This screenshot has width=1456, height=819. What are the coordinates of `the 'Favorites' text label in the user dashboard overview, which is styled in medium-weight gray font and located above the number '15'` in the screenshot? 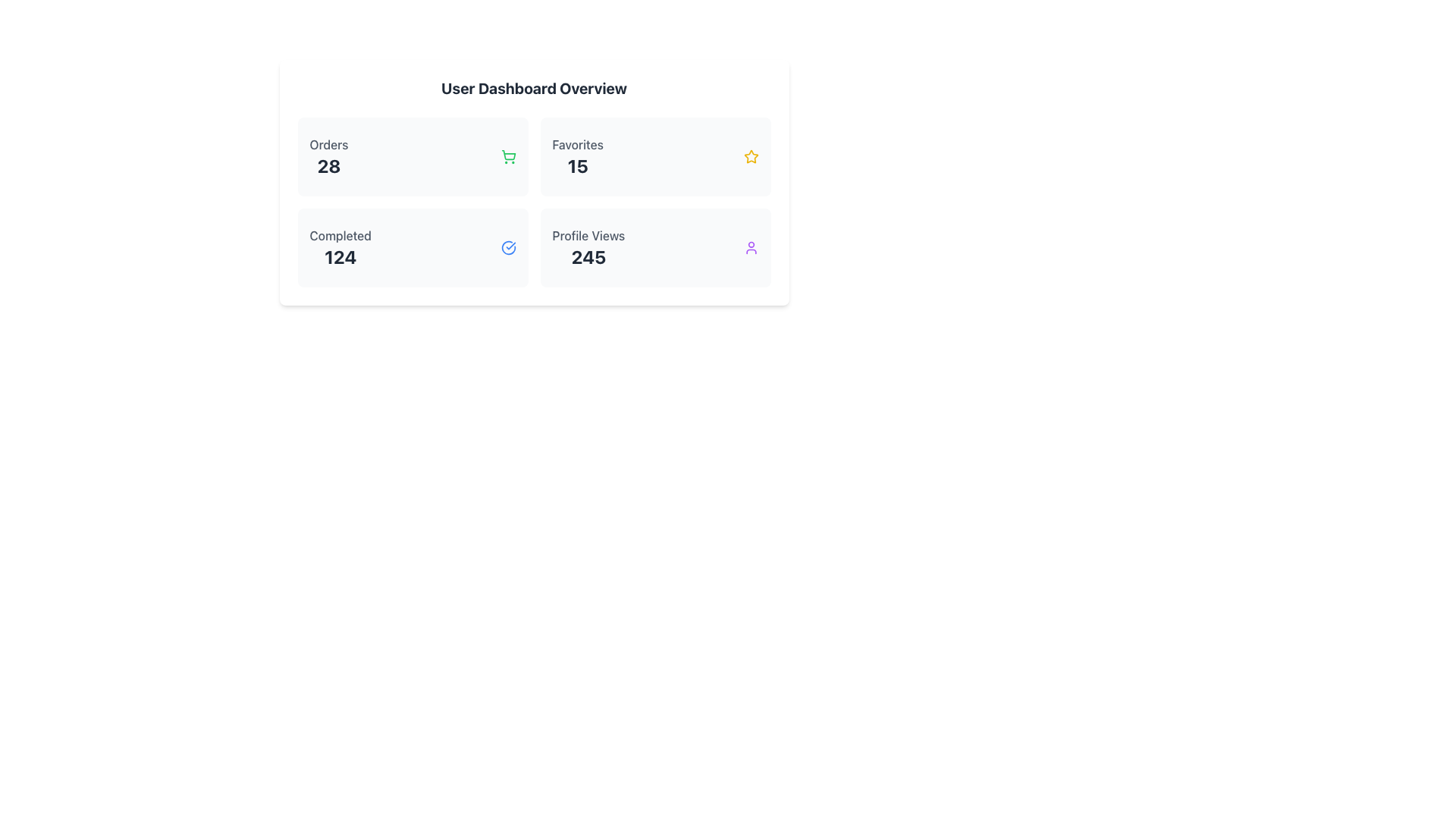 It's located at (577, 145).